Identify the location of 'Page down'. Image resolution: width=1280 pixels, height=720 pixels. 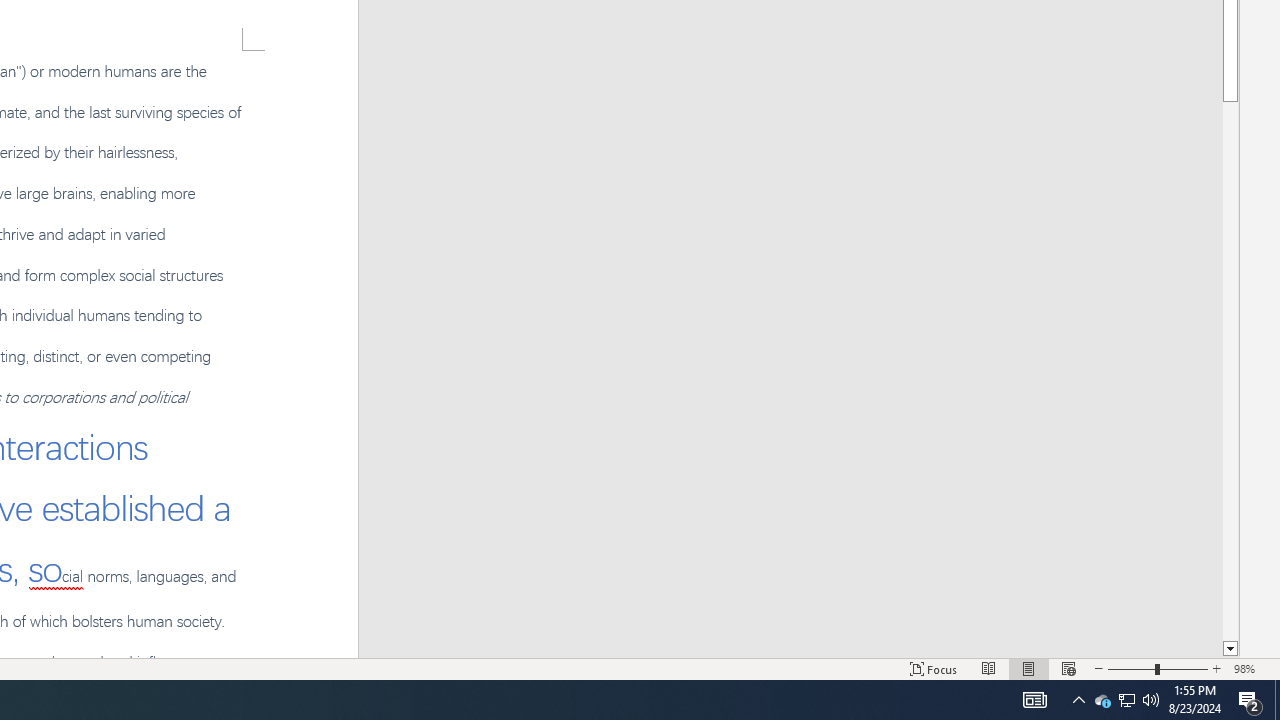
(1229, 371).